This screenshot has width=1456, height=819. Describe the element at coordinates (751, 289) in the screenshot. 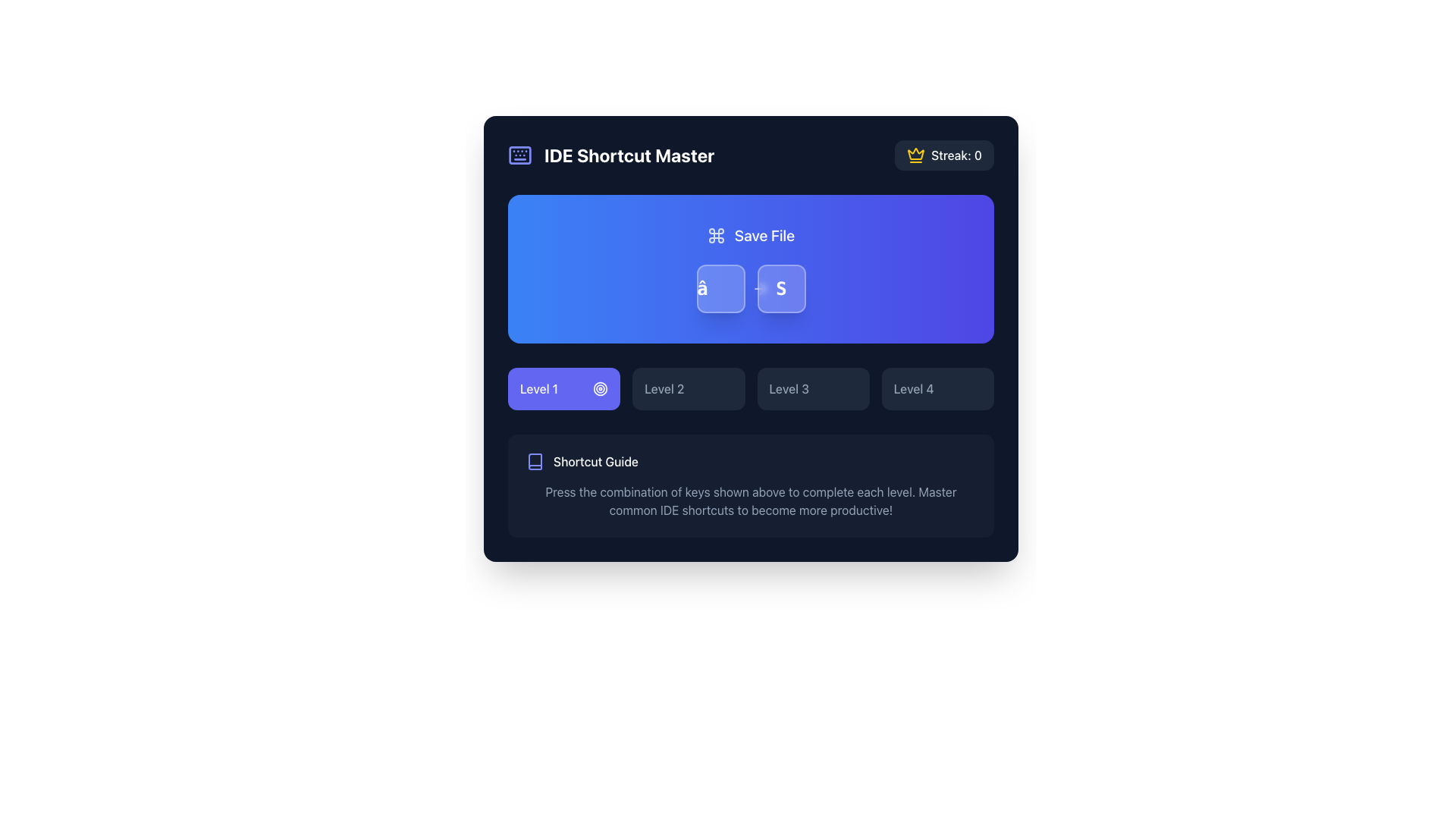

I see `the keyboard shortcut icon-text combination for saving a file located in the blue section labeled 'Save File', positioned centrally below the text` at that location.